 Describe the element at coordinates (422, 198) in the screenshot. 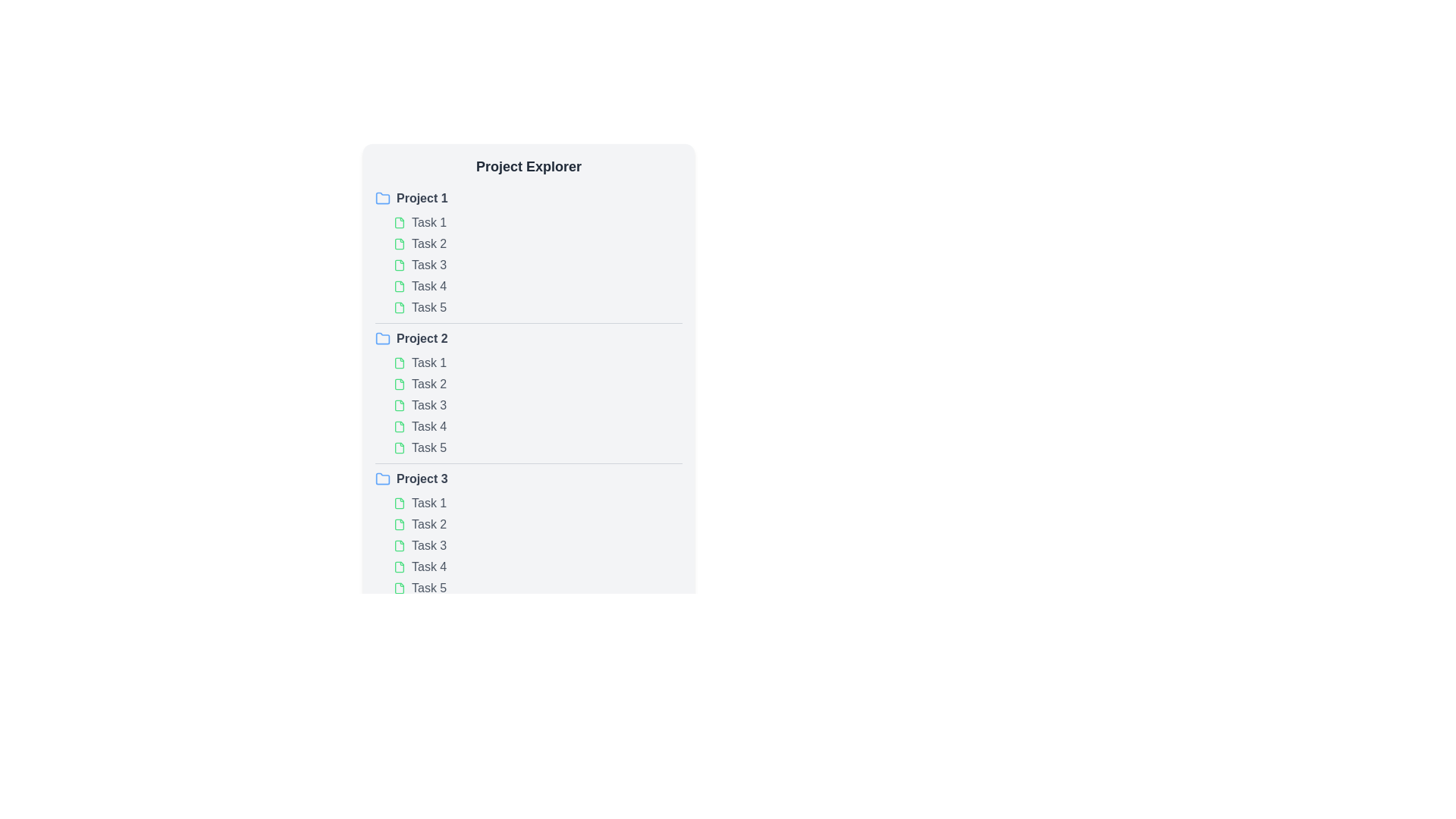

I see `the 'Project 1' text label, which is displayed in bold dark gray color and changes to blue on hover, located next to a blue folder icon in the 'Project Explorer' section` at that location.